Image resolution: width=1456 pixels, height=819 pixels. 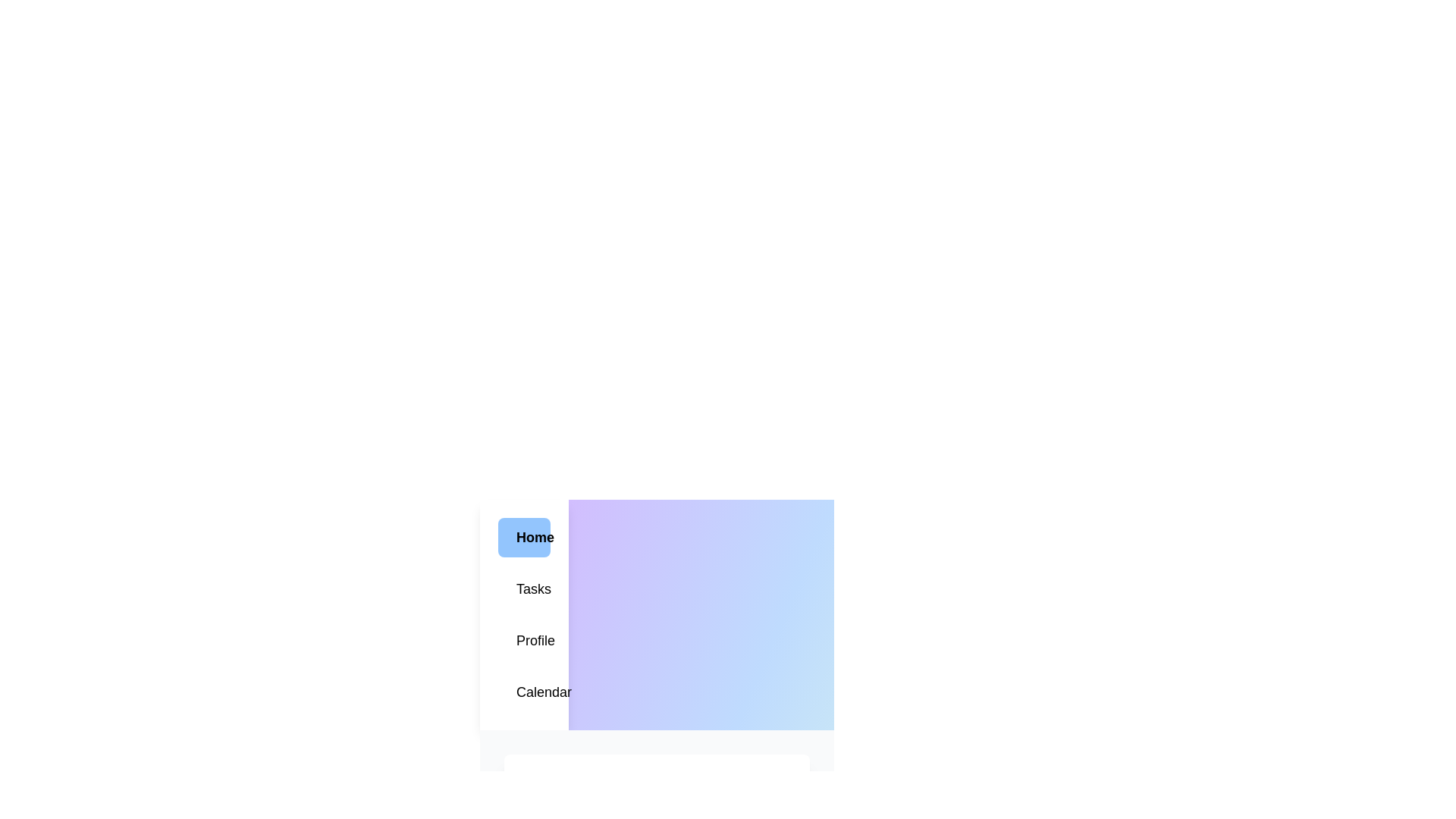 I want to click on the menu item Profile to observe its hover effect, so click(x=524, y=640).